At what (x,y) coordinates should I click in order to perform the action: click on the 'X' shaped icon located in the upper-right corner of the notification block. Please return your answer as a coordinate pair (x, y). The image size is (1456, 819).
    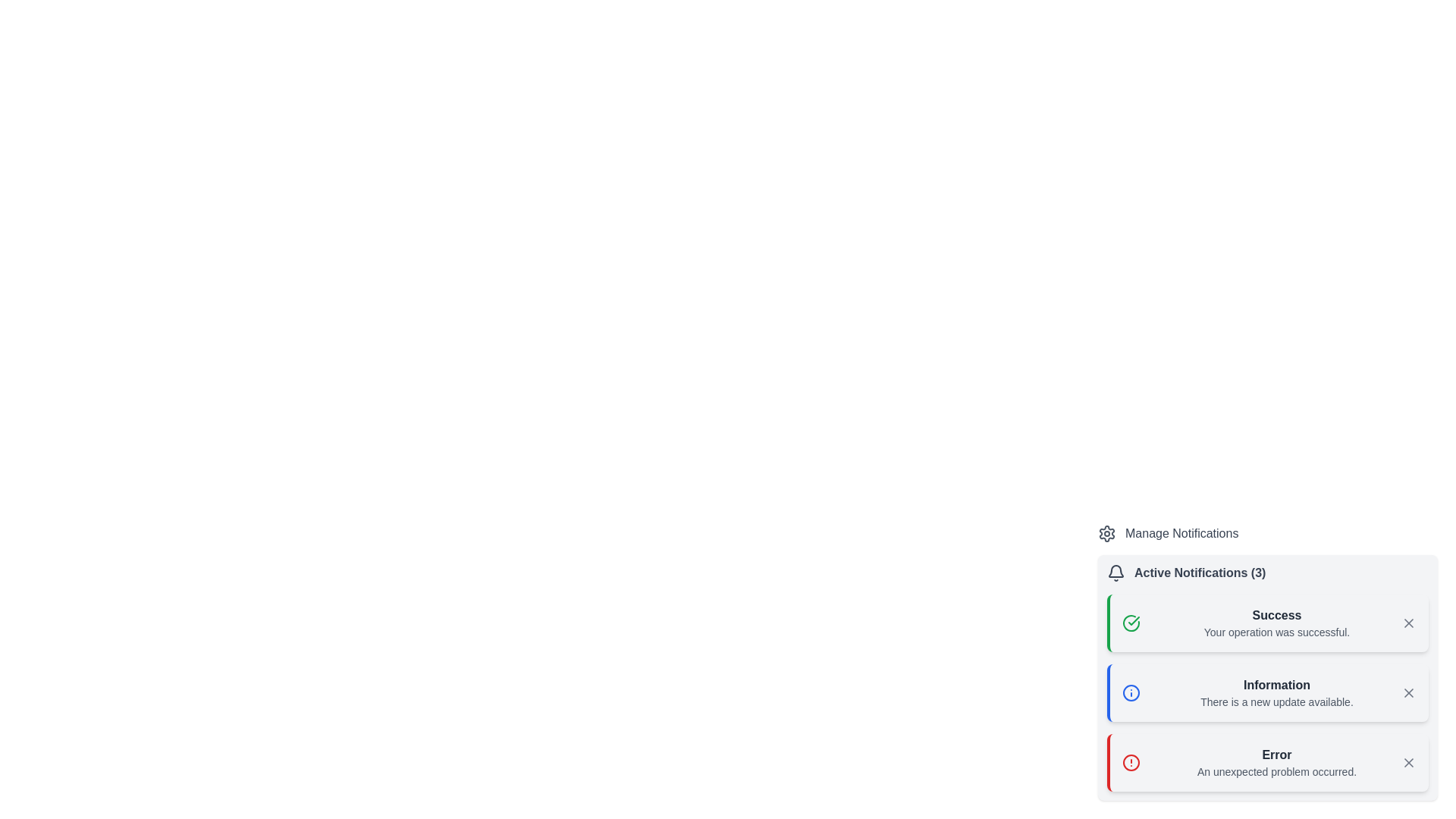
    Looking at the image, I should click on (1407, 763).